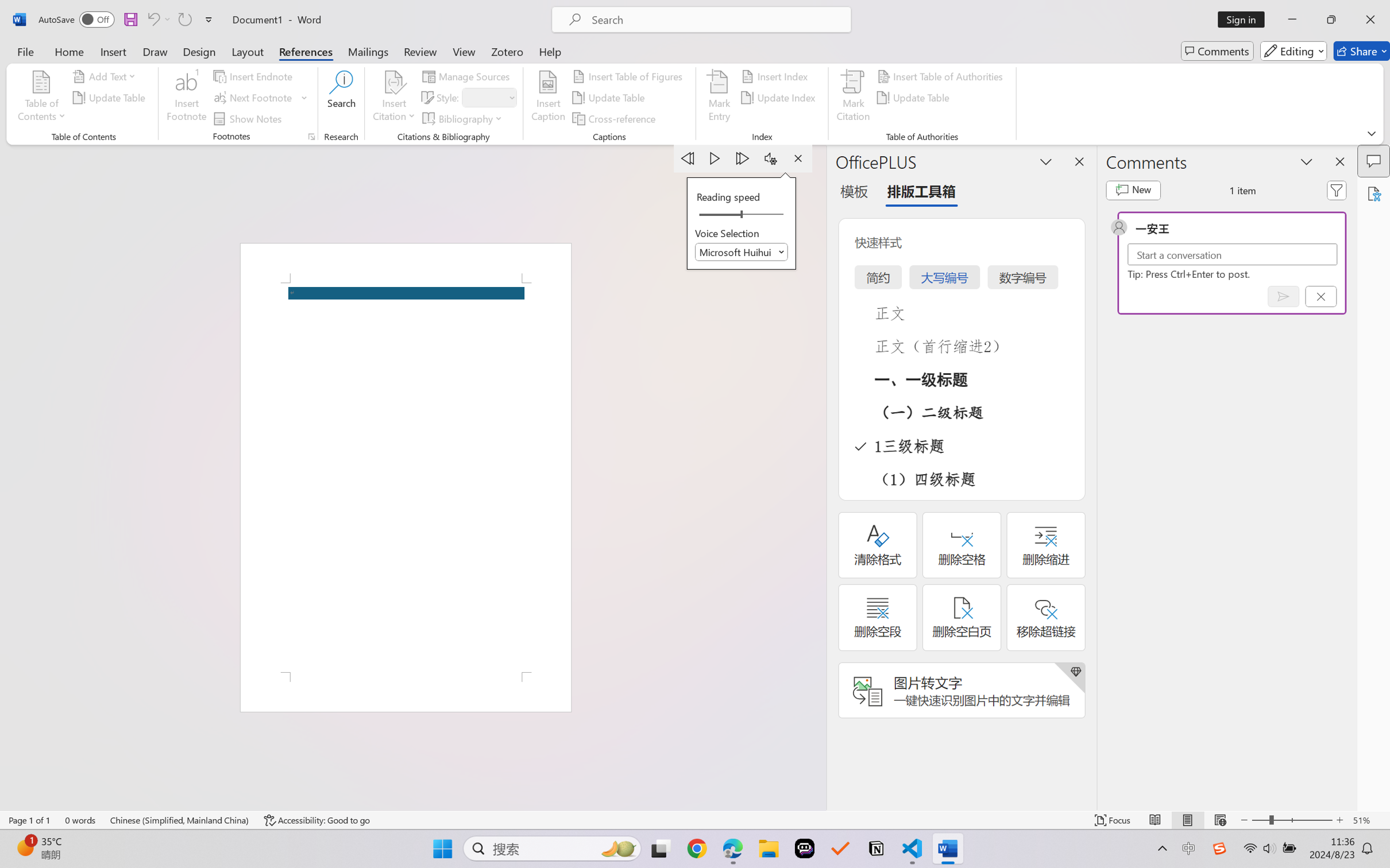  Describe the element at coordinates (1294, 51) in the screenshot. I see `'Editing'` at that location.